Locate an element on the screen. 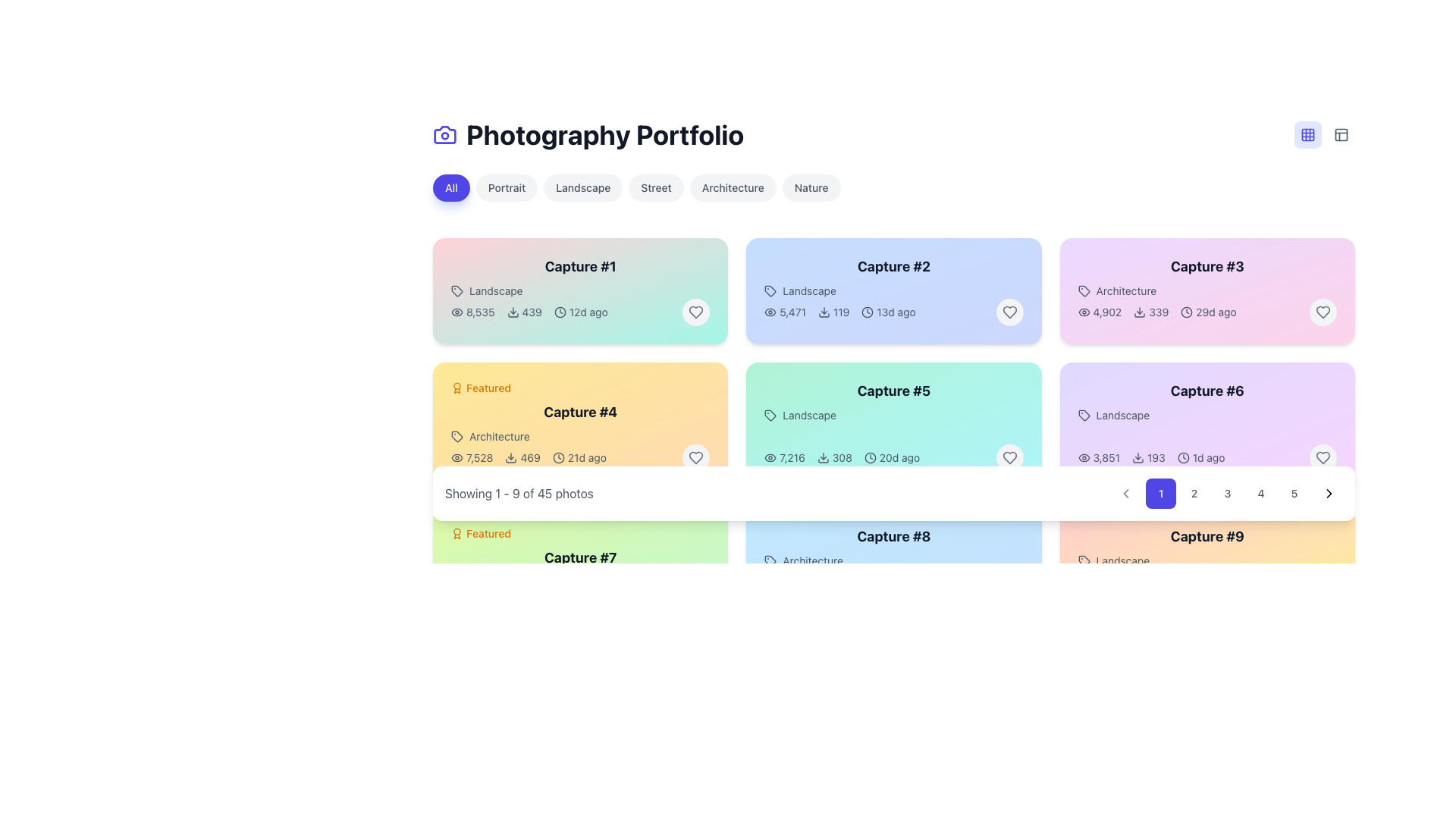  Timestamp indicator icon, which includes a clock icon and the text '21d ago' within the photo card labeled 'Capture #4' is located at coordinates (579, 457).